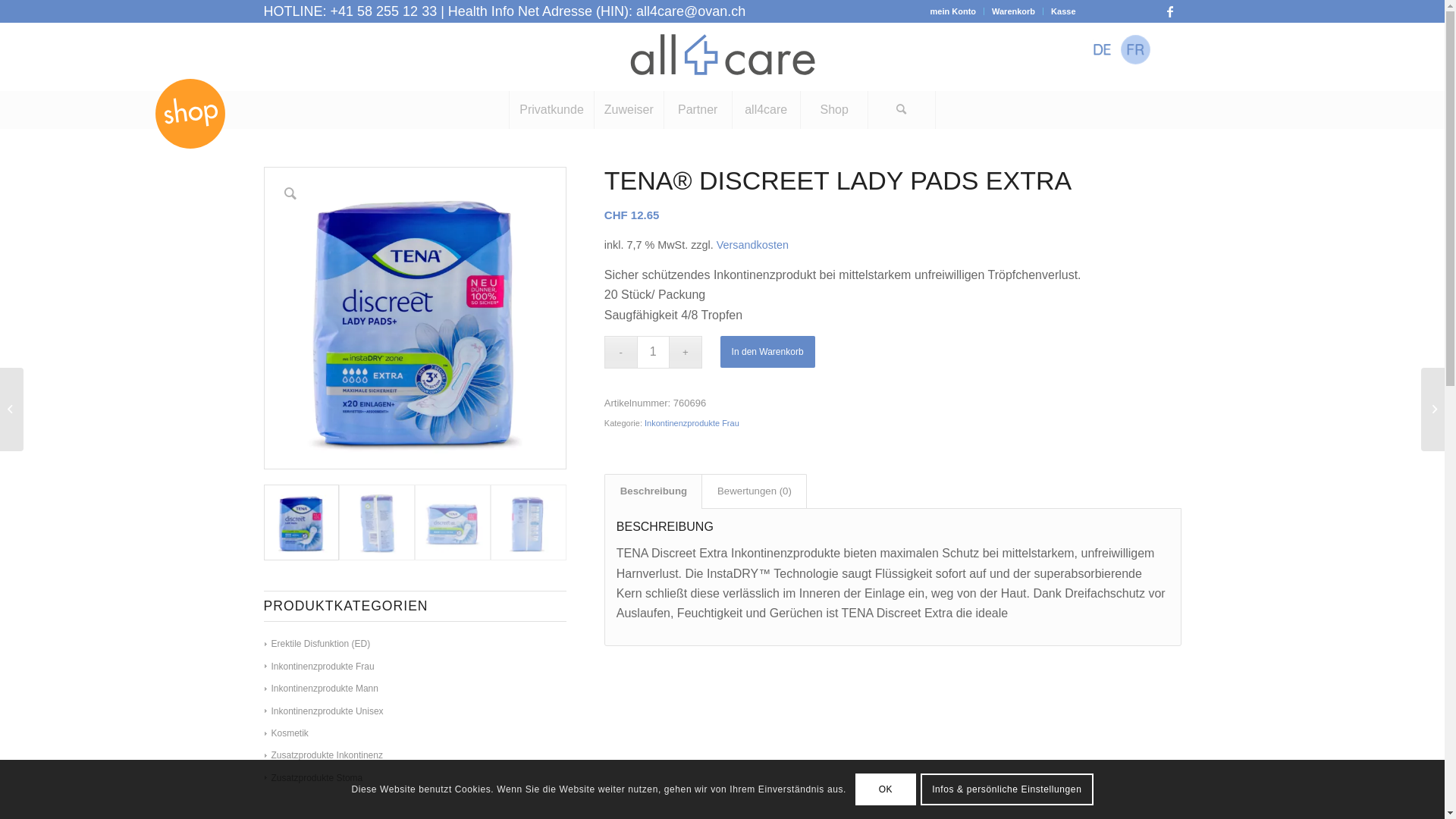 The height and width of the screenshot is (819, 1456). What do you see at coordinates (697, 109) in the screenshot?
I see `'Partner'` at bounding box center [697, 109].